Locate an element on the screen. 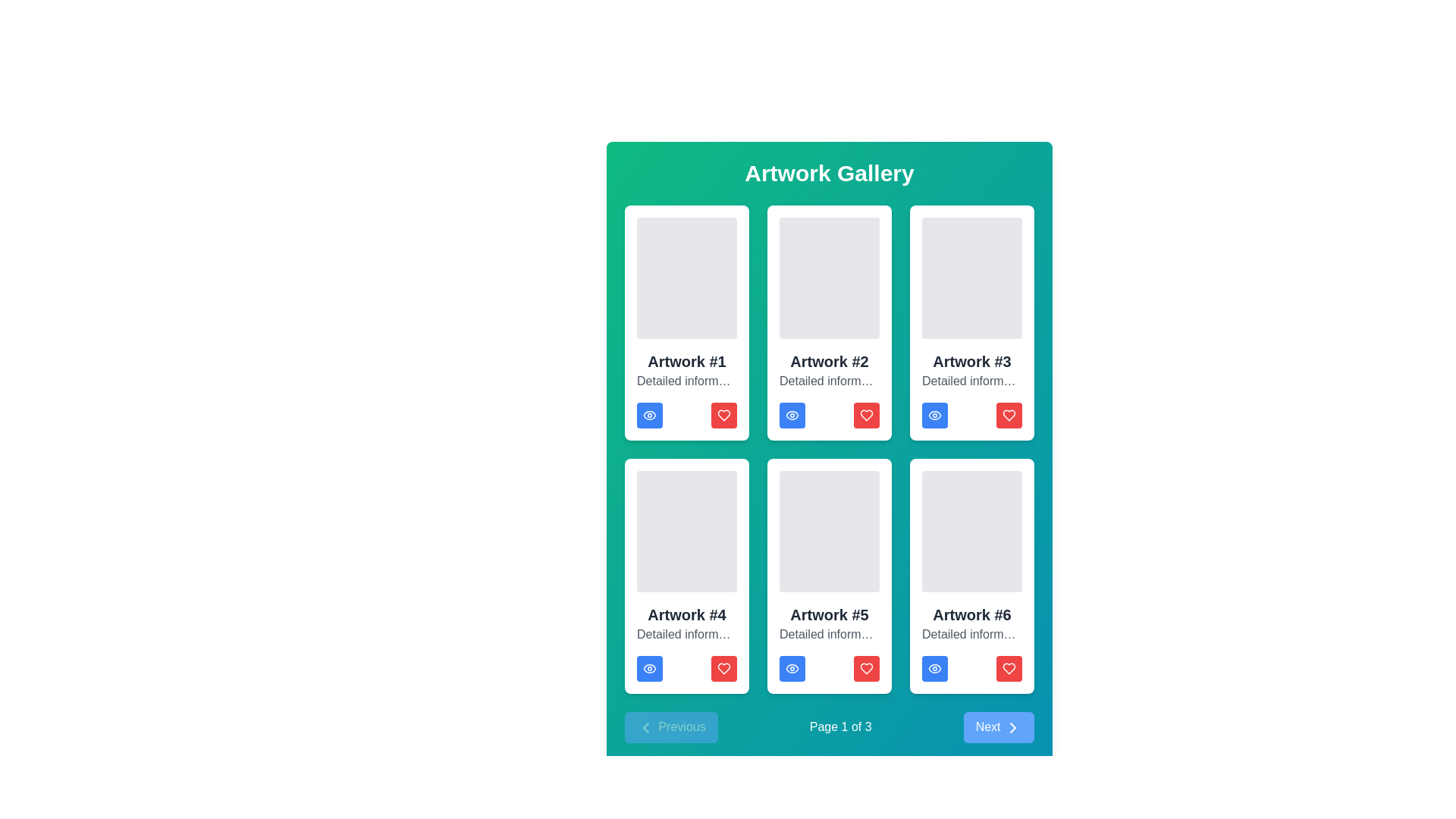 Image resolution: width=1456 pixels, height=819 pixels. the visibility button located beneath the 'Artwork #4' card description, which is the first button in a horizontal group of three buttons is located at coordinates (650, 668).